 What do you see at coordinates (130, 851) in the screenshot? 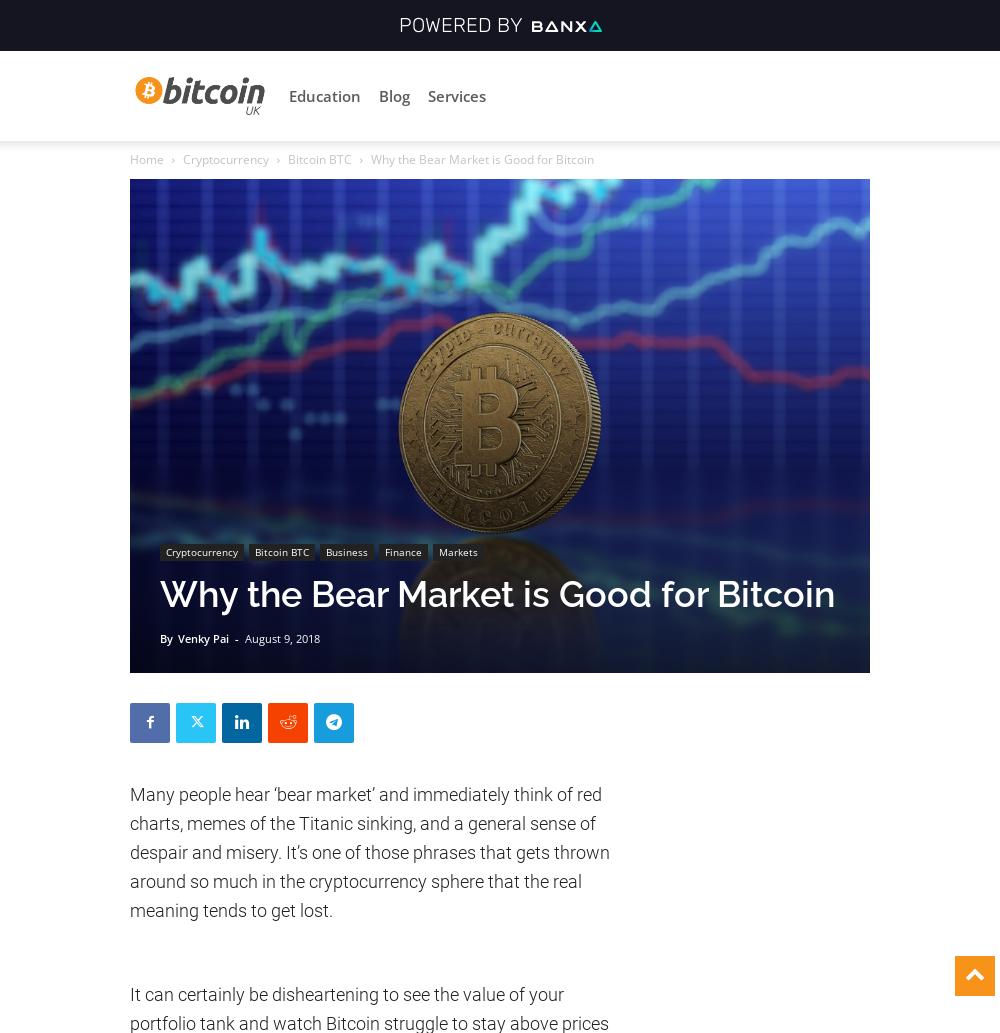
I see `'Many people hear ‘bear market’ and immediately think of red charts, memes of the Titanic sinking, and a general sense of despair and misery. It’s one of those phrases that gets thrown around so much in the cryptocurrency sphere that the real meaning tends to get lost.'` at bounding box center [130, 851].